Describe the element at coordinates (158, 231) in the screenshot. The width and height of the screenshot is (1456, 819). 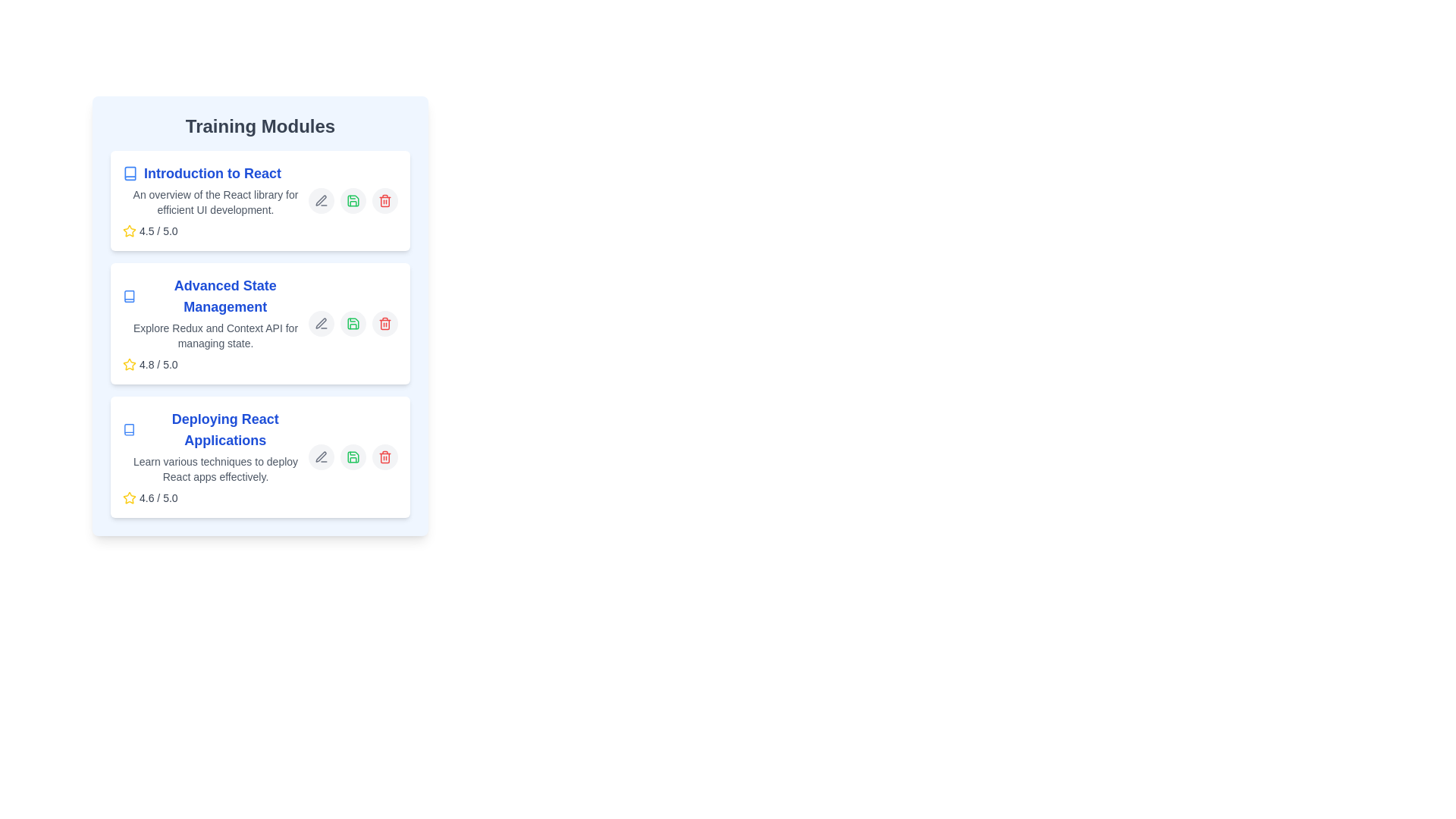
I see `the rating text display showing '4.5 / 5.0' located in the 'Introduction to React' module, adjacent to a yellow star symbol` at that location.